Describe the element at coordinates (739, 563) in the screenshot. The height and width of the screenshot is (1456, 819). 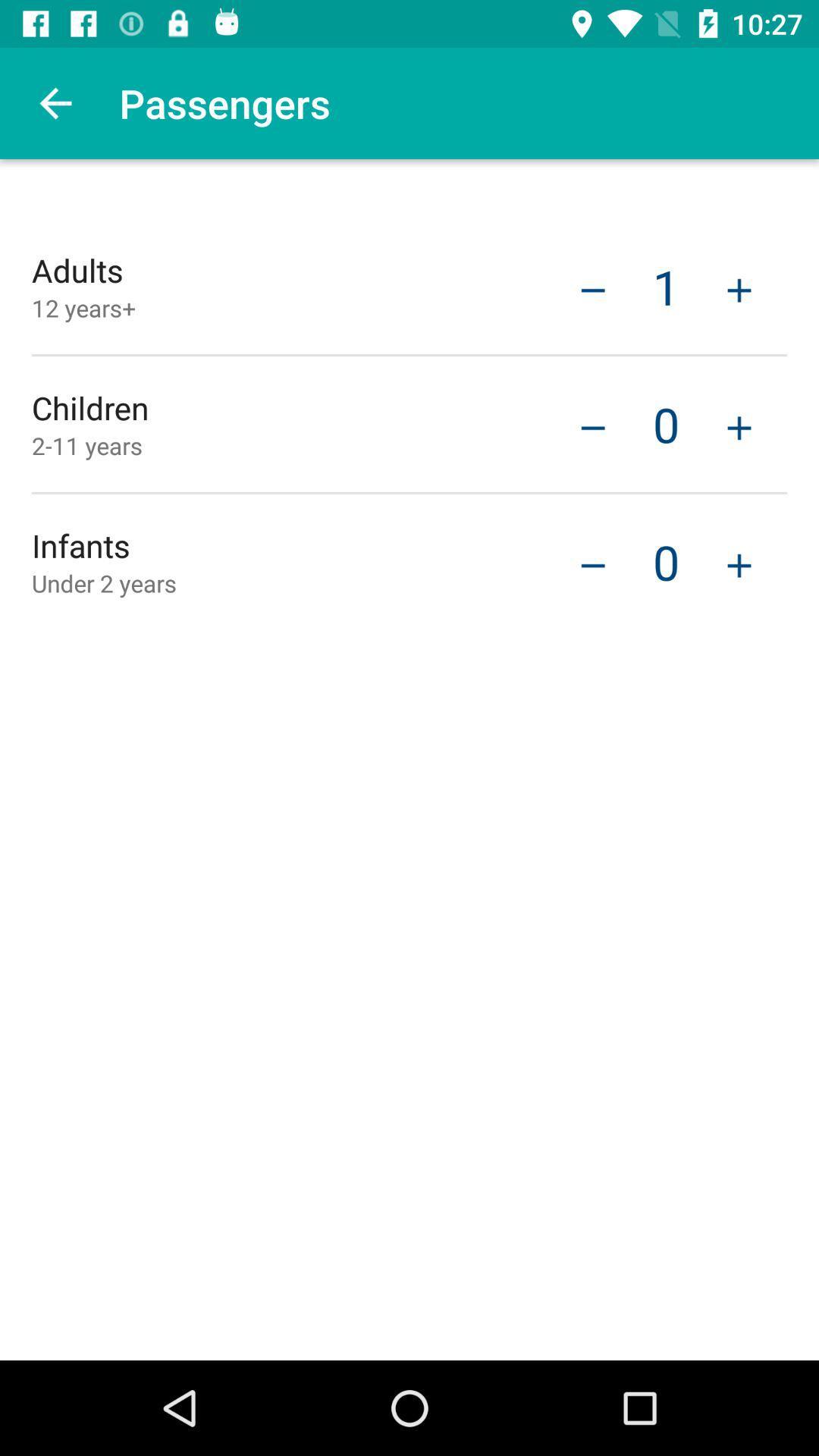
I see `icon to the right of 0 icon` at that location.